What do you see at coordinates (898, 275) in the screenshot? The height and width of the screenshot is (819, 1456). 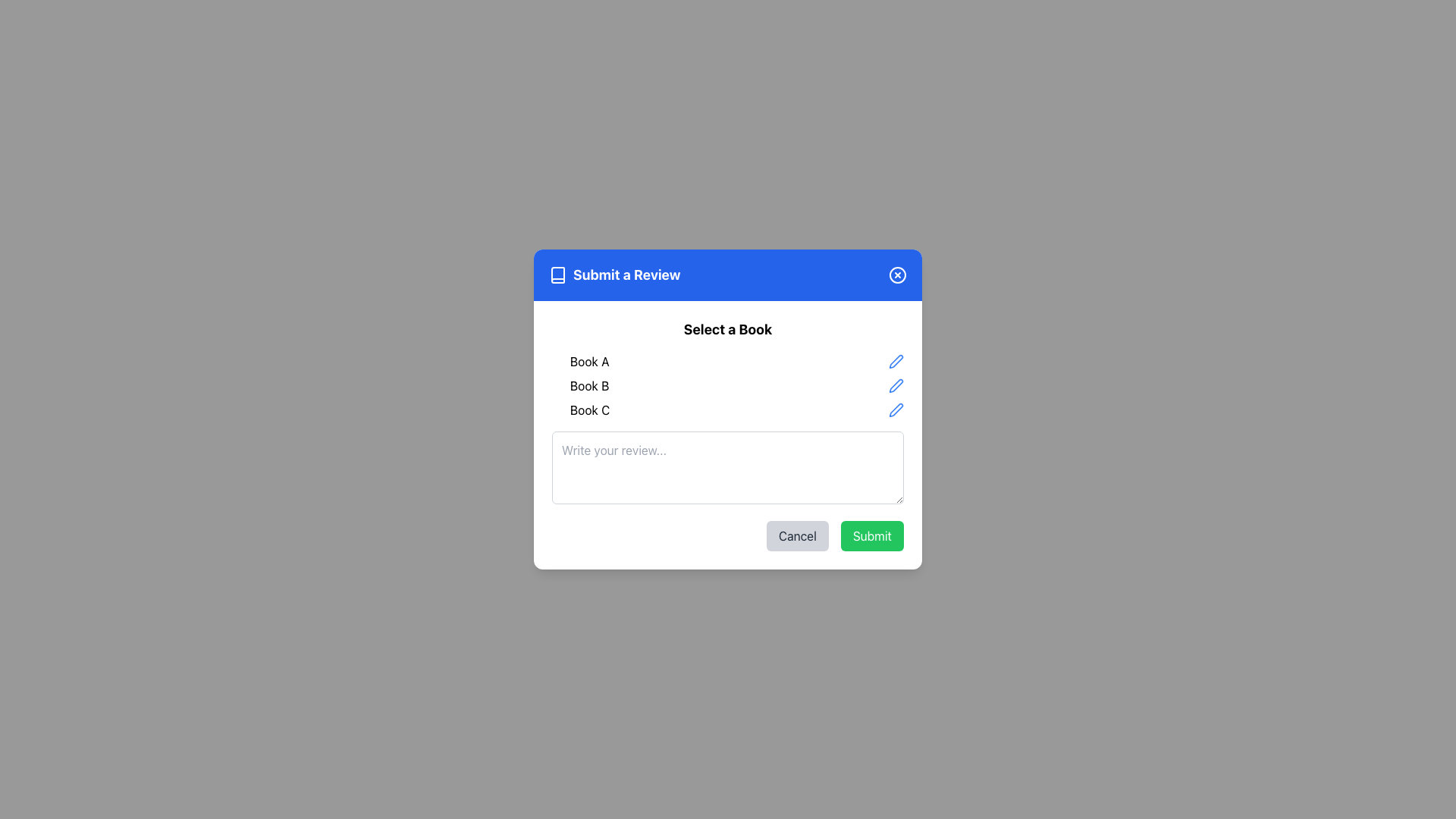 I see `the circular button with an 'X' symbol in the top-right corner of the 'Submit a Review' card header to trigger hover effects` at bounding box center [898, 275].